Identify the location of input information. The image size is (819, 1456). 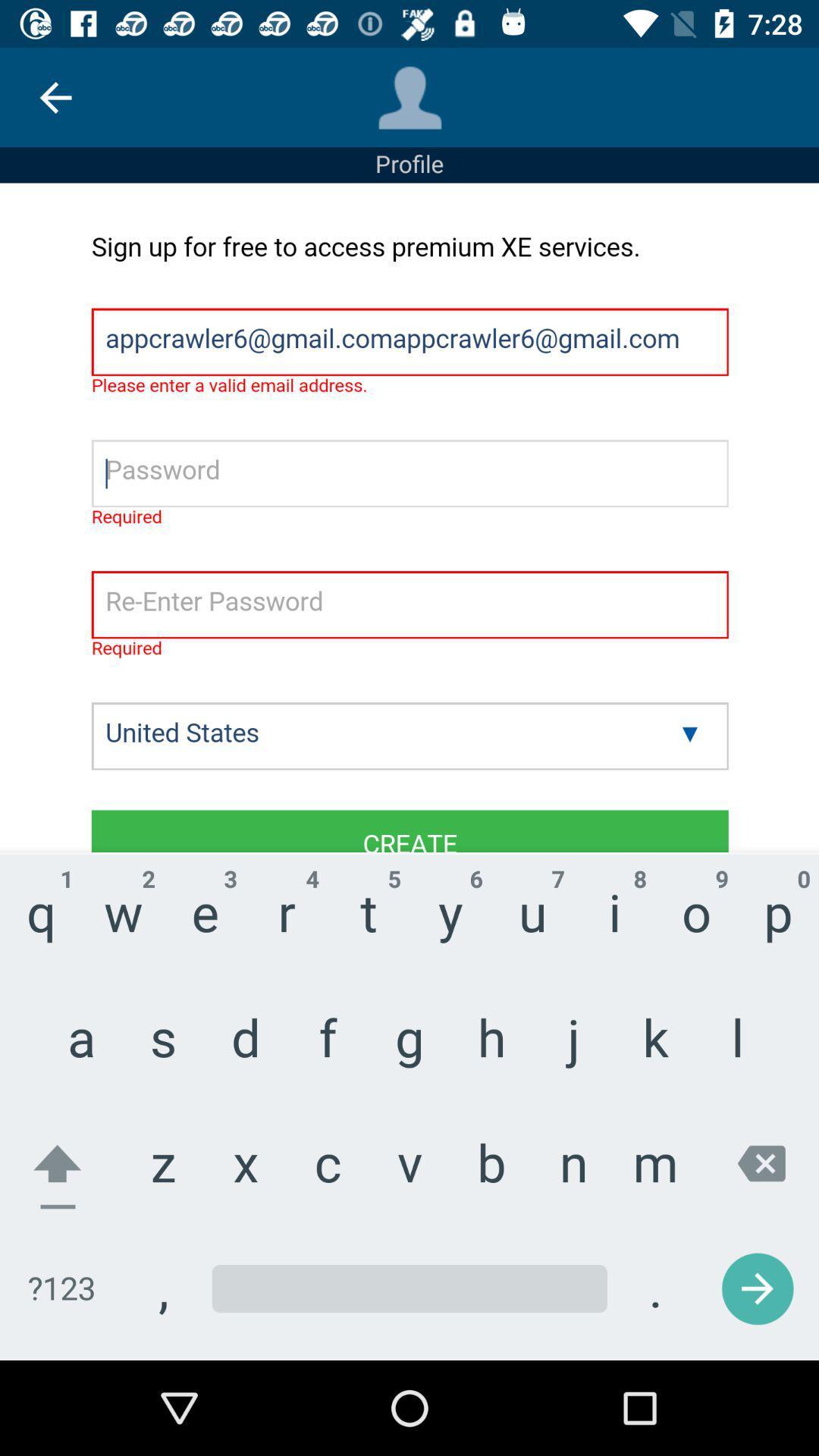
(409, 771).